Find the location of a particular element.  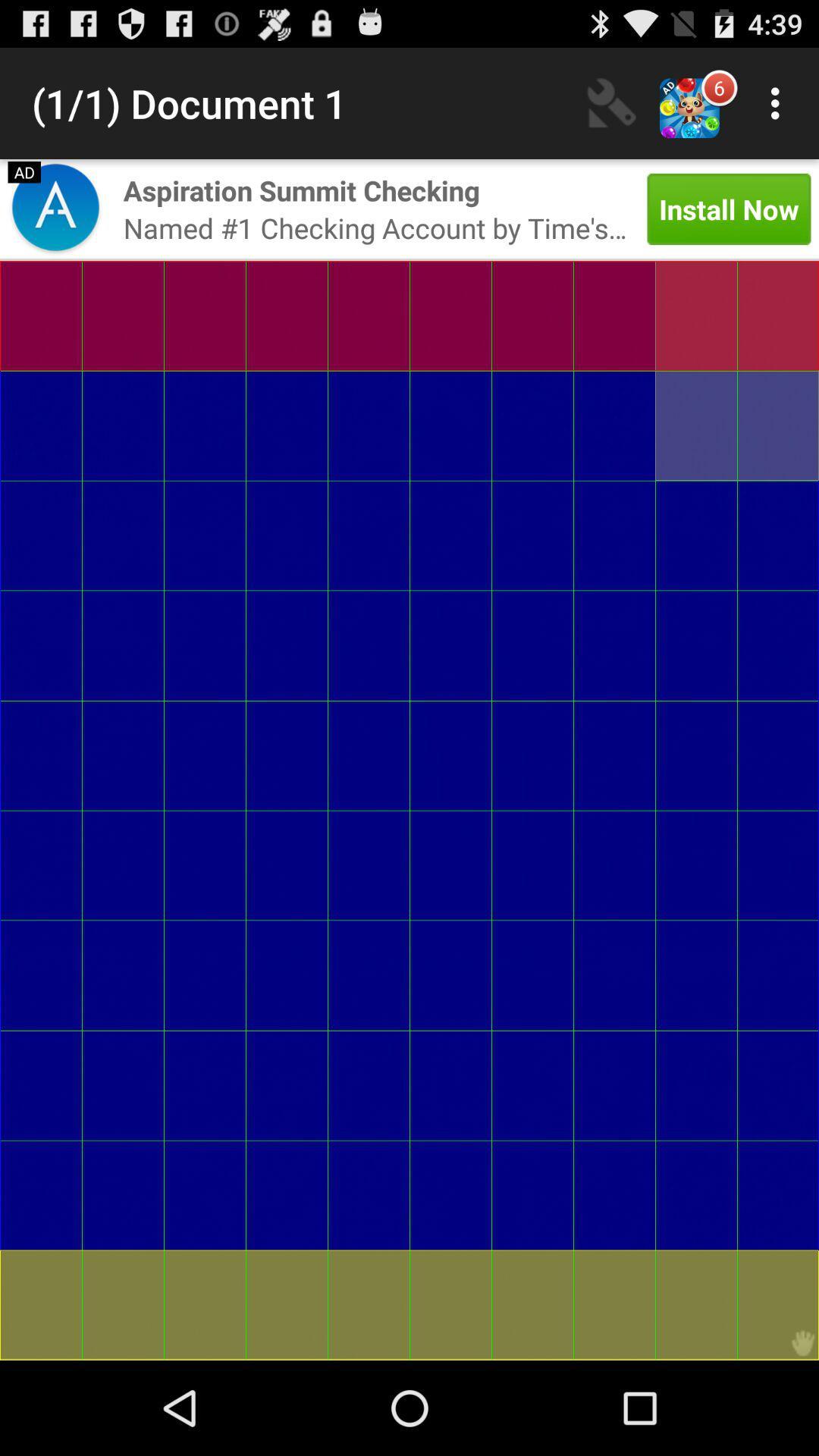

icon next to the install now item is located at coordinates (301, 190).